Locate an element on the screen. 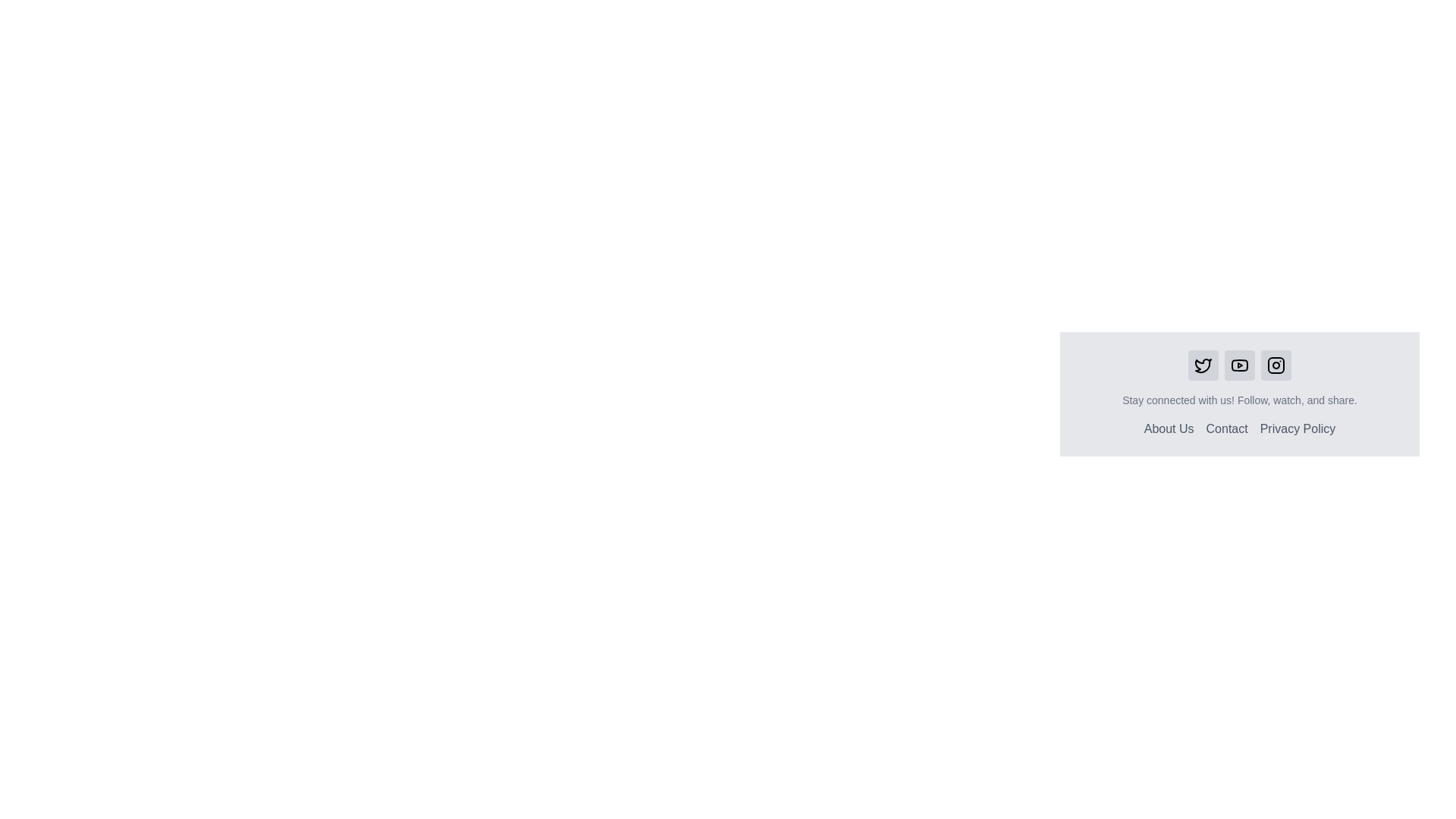 This screenshot has height=819, width=1456. the first hyperlink in the footer's navigation links is located at coordinates (1168, 428).